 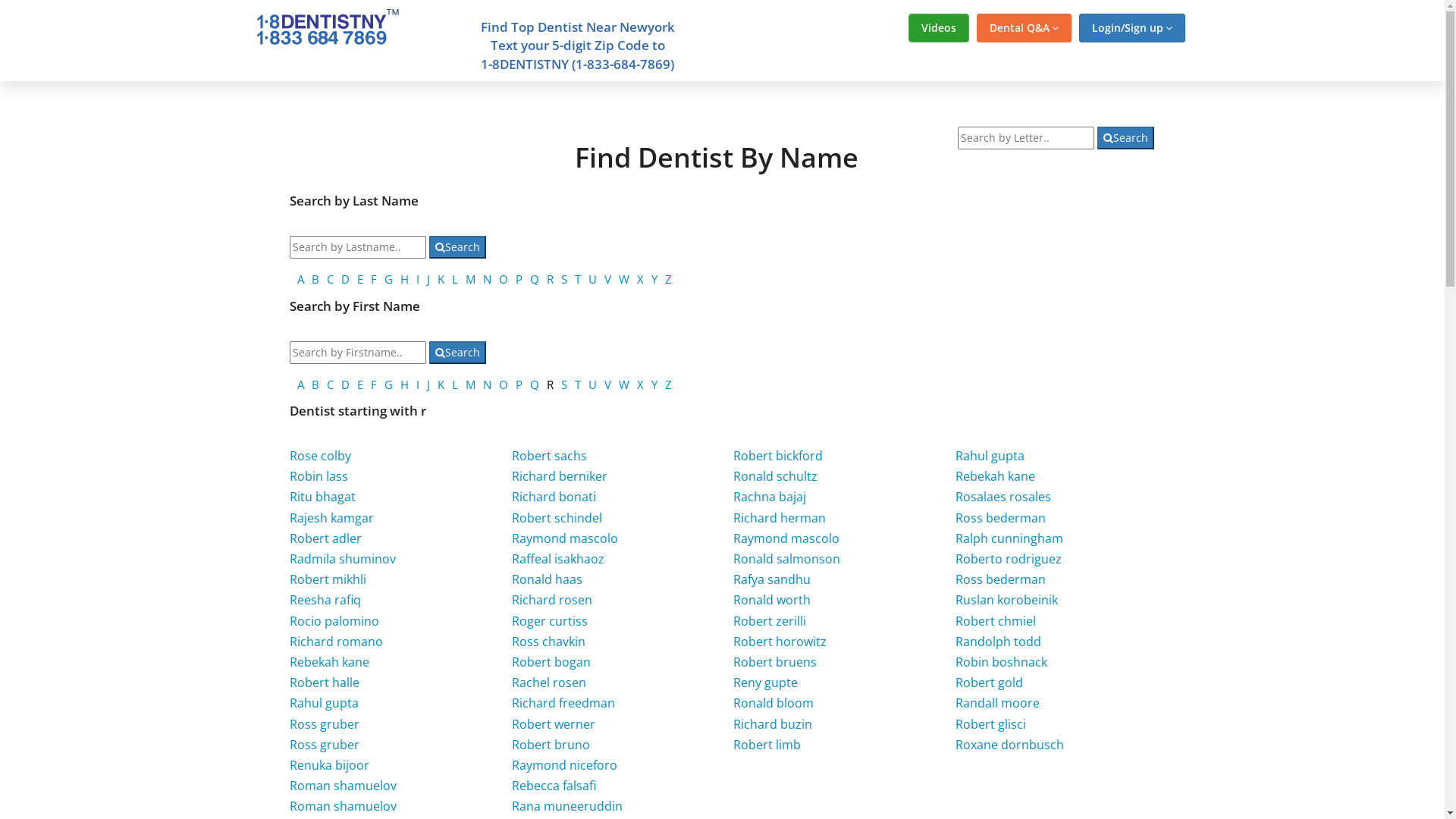 I want to click on 'Richard buzin', so click(x=772, y=723).